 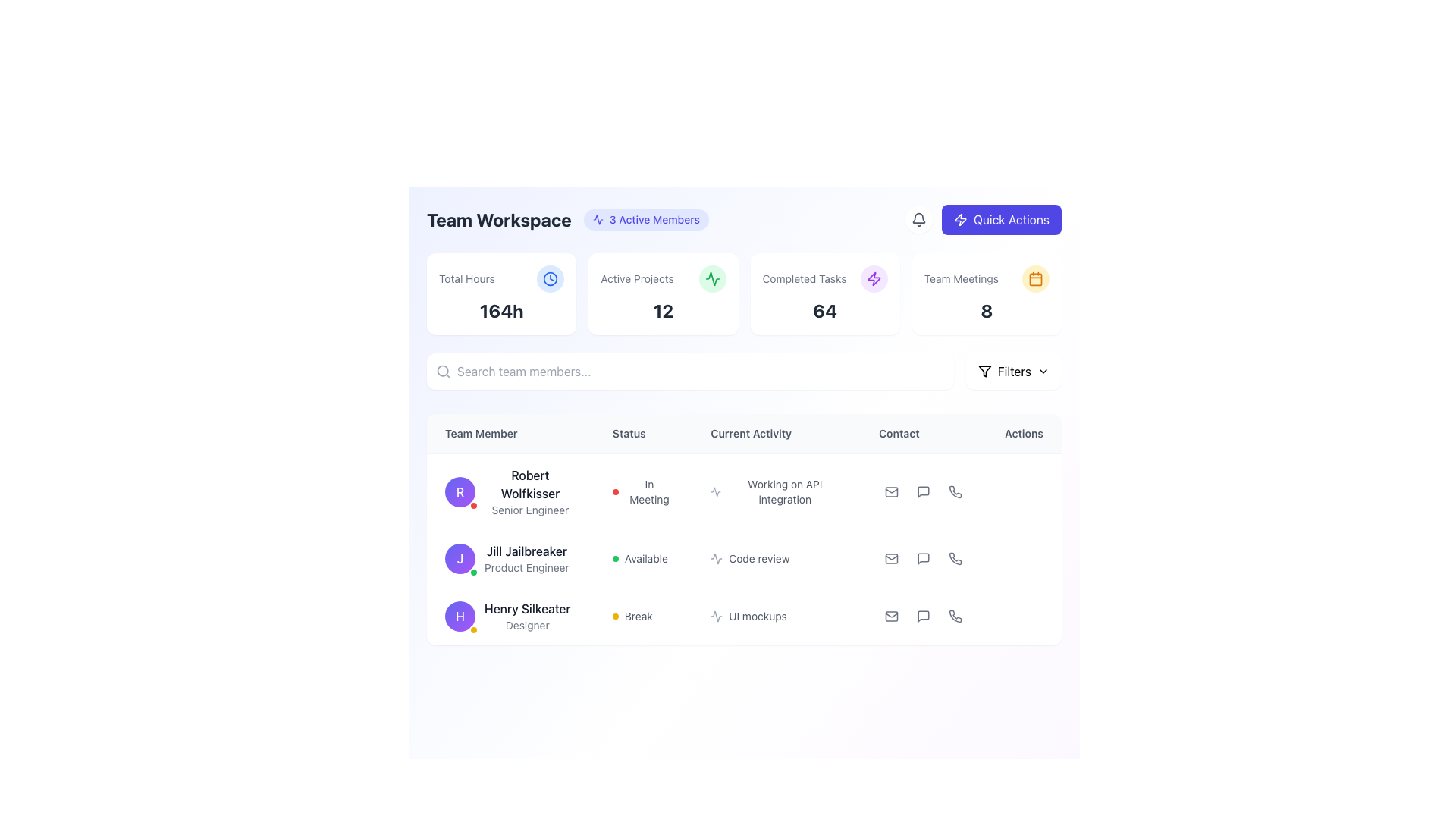 I want to click on the gray envelope icon in the 'Contact' column under the 'Team Member' section for Robert Wolfkisser, so click(x=892, y=491).